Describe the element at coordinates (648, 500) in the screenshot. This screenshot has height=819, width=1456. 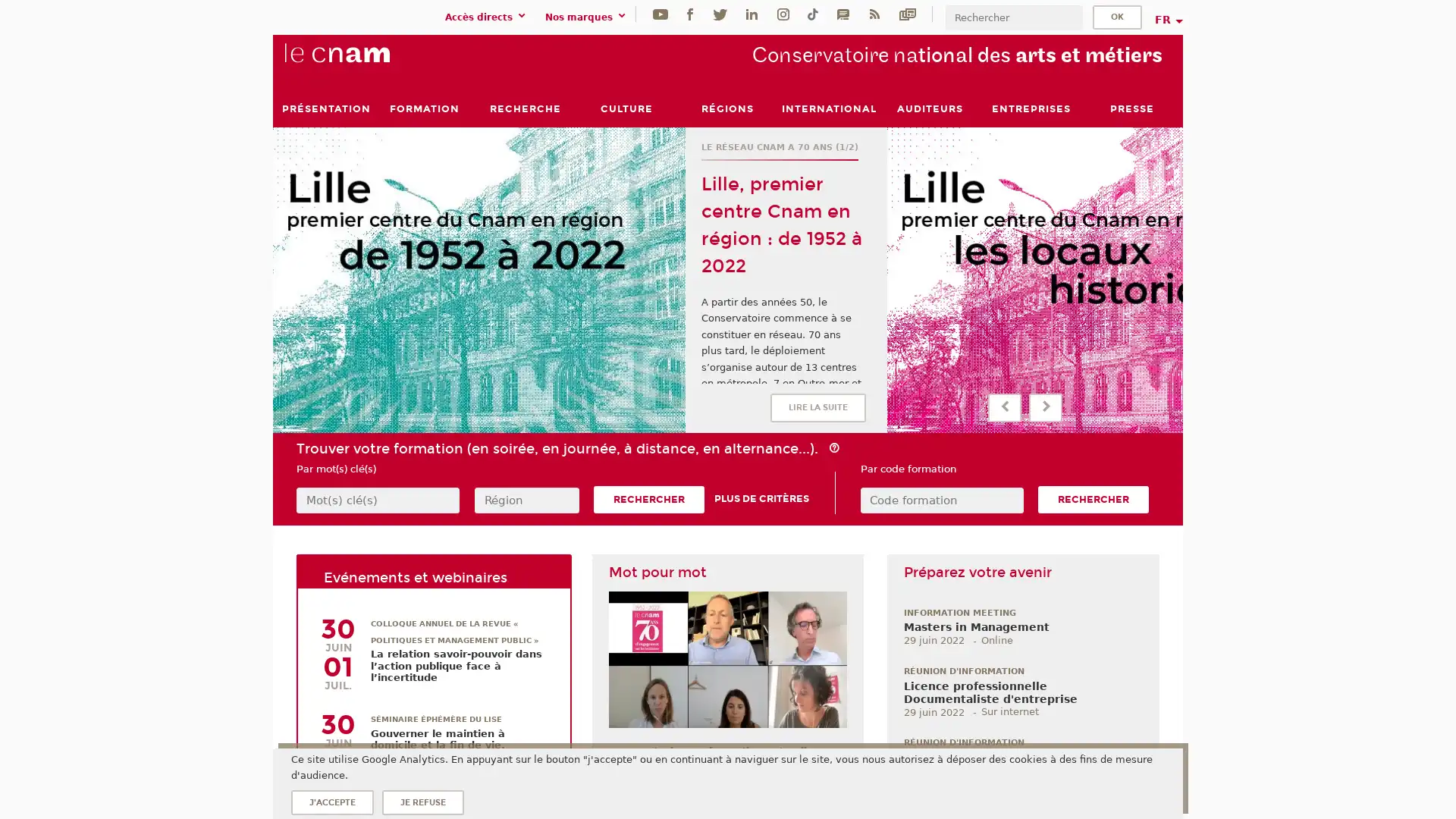
I see `RECHERCHER` at that location.